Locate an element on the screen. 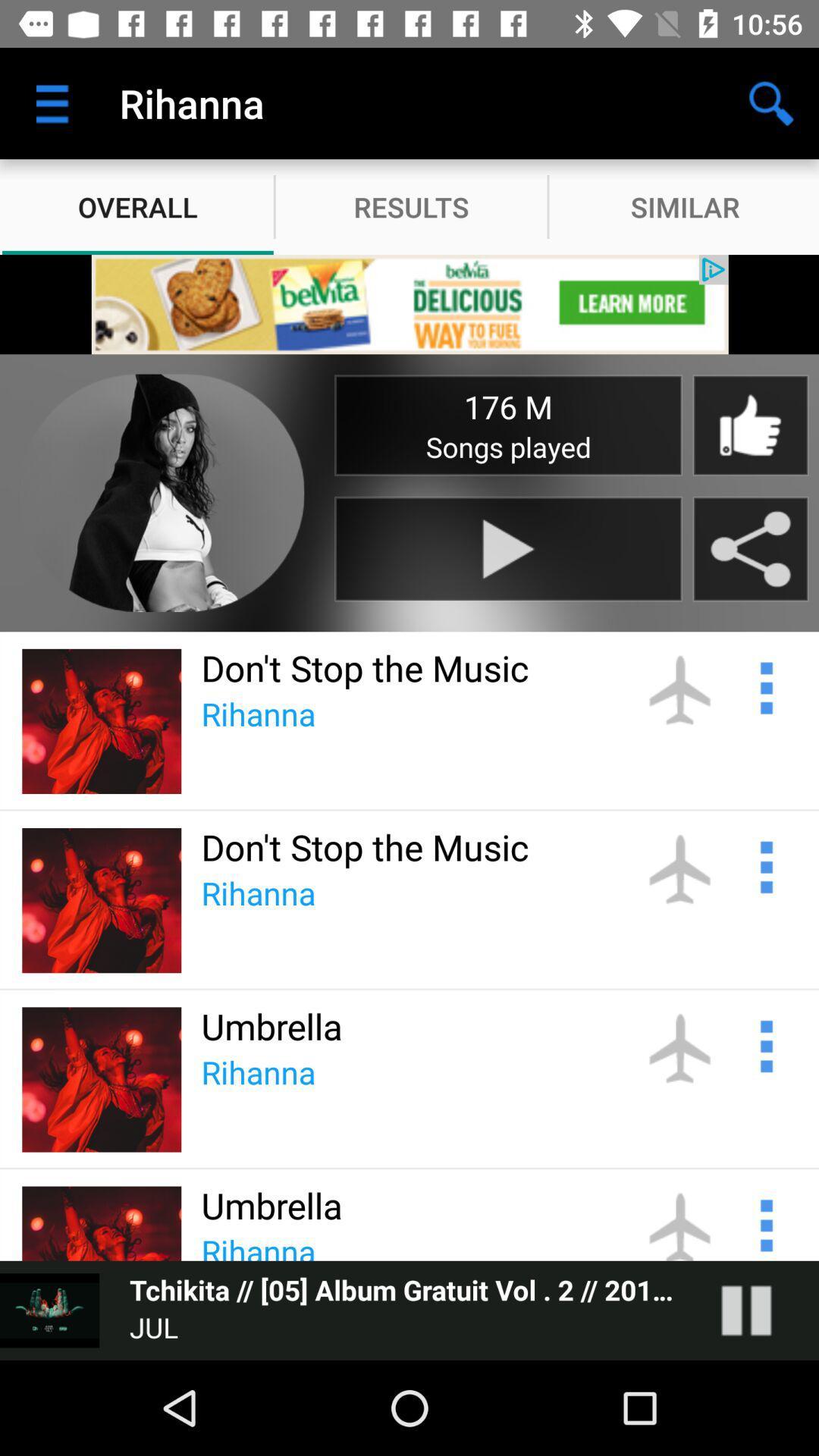 Image resolution: width=819 pixels, height=1456 pixels. nofication is located at coordinates (764, 685).